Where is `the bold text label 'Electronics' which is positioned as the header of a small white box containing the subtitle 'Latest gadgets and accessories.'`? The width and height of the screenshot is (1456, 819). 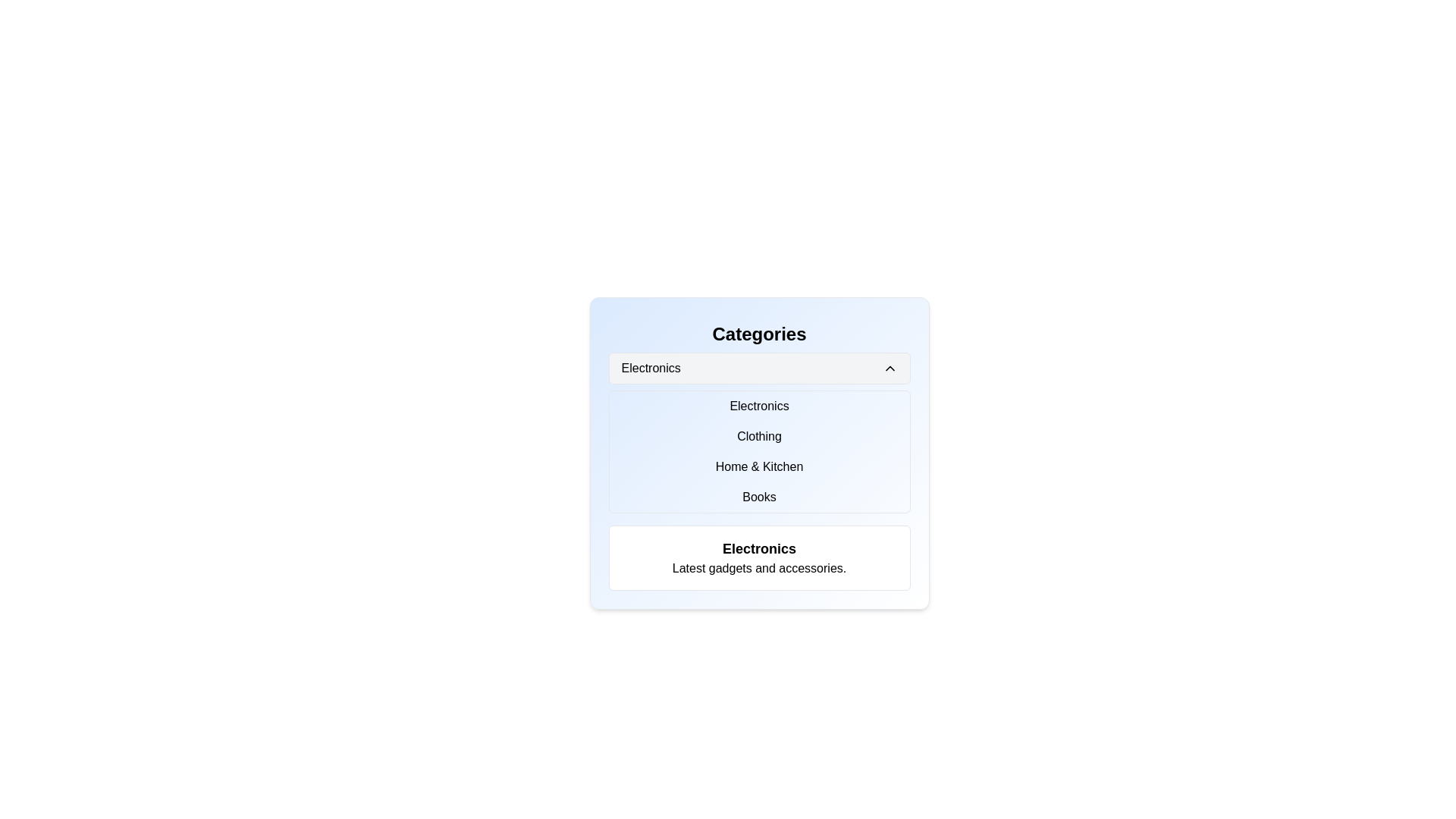 the bold text label 'Electronics' which is positioned as the header of a small white box containing the subtitle 'Latest gadgets and accessories.' is located at coordinates (759, 549).